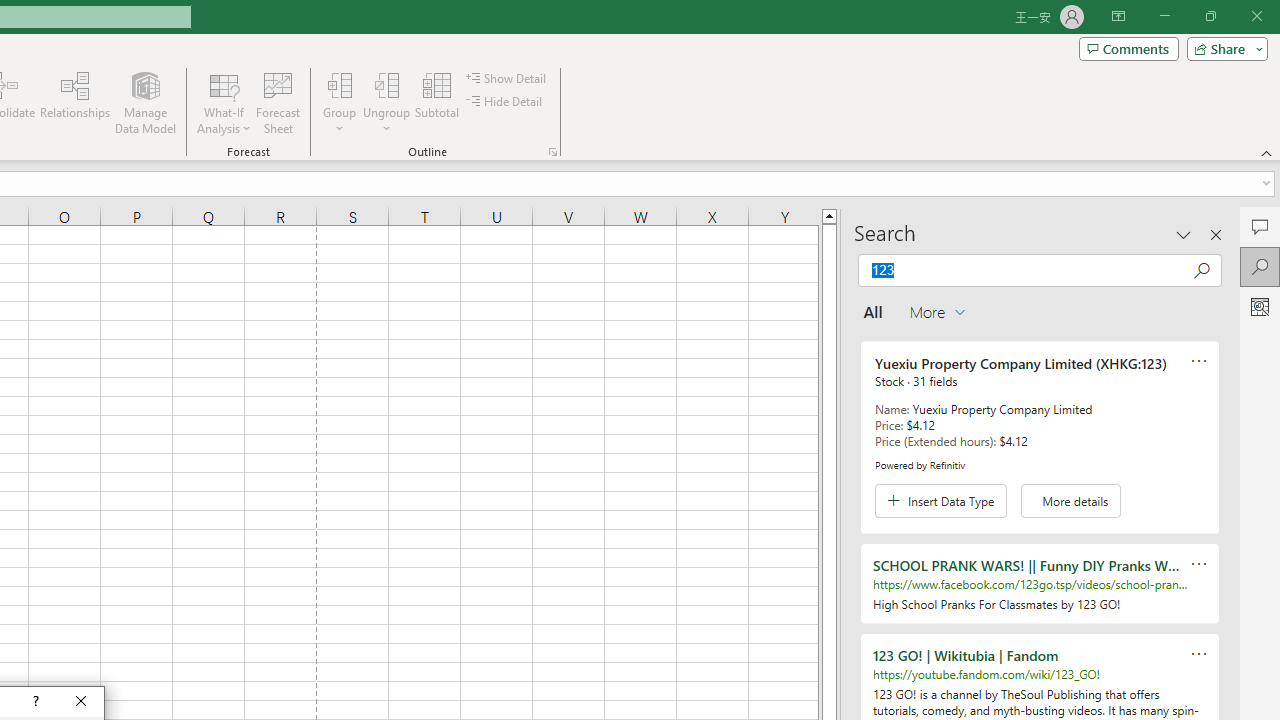 The image size is (1280, 720). What do you see at coordinates (75, 103) in the screenshot?
I see `'Relationships'` at bounding box center [75, 103].